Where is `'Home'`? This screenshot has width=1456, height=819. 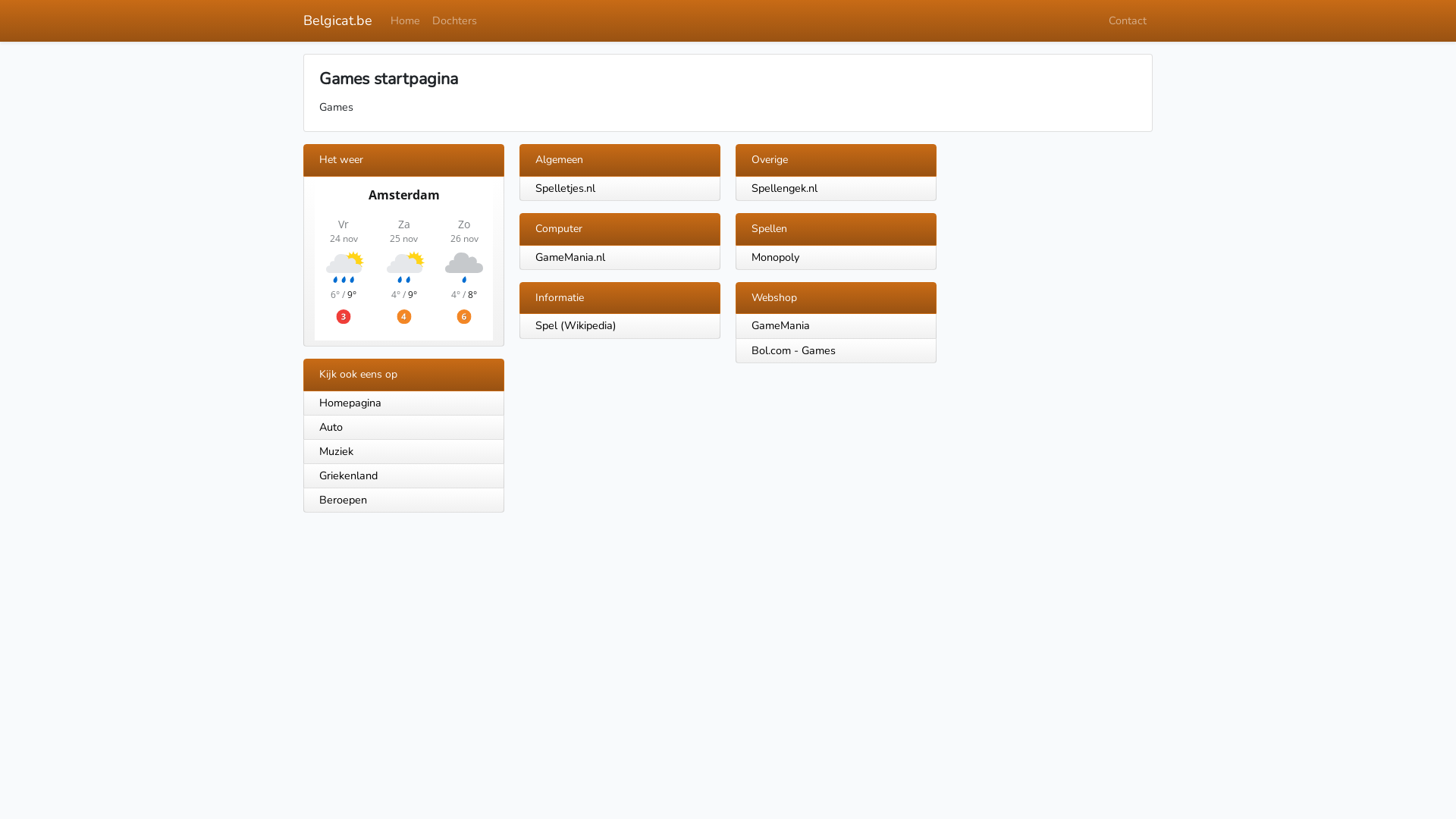
'Home' is located at coordinates (405, 20).